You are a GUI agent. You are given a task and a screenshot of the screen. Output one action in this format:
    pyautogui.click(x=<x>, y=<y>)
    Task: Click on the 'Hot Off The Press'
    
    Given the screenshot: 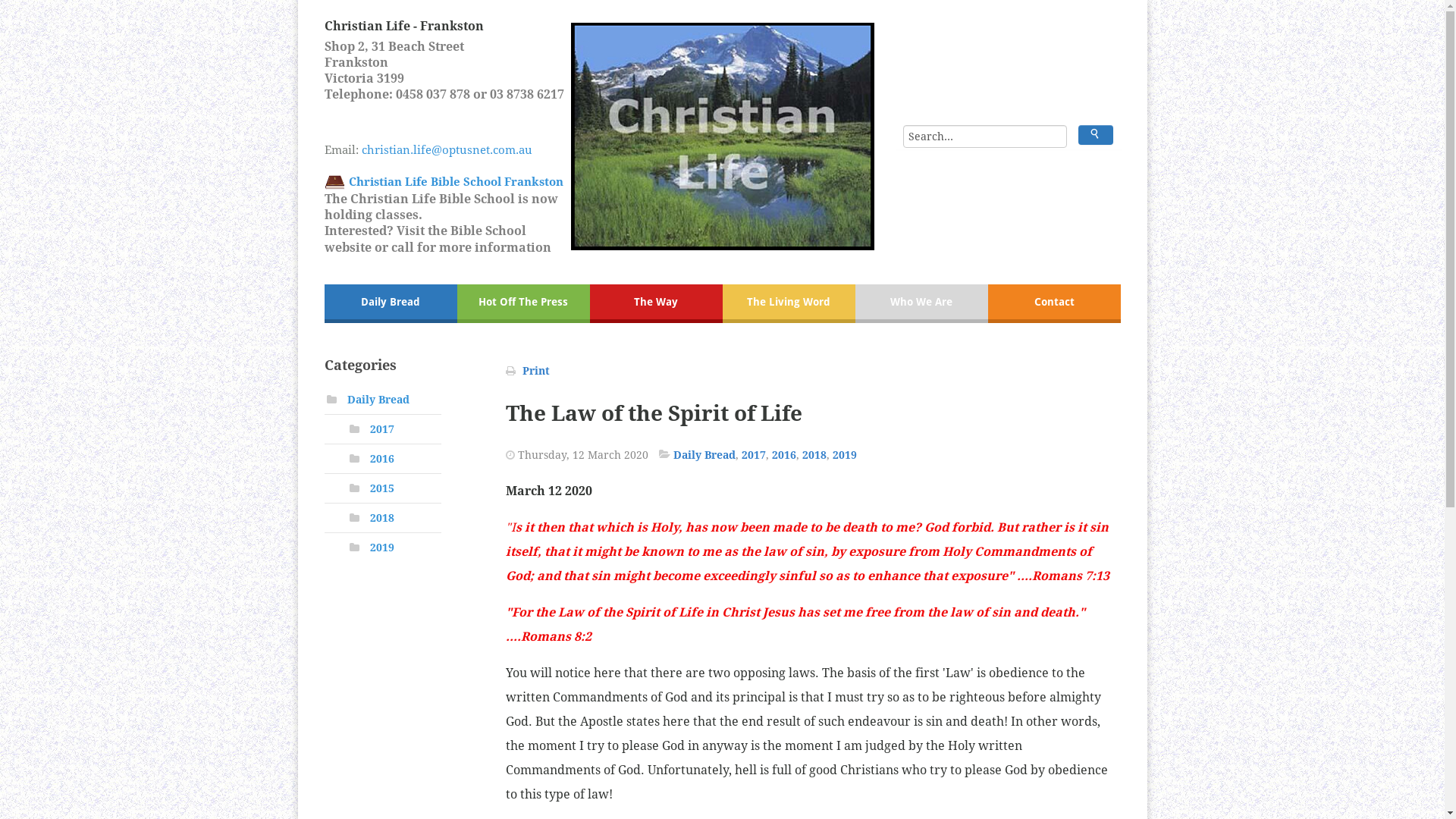 What is the action you would take?
    pyautogui.click(x=522, y=303)
    